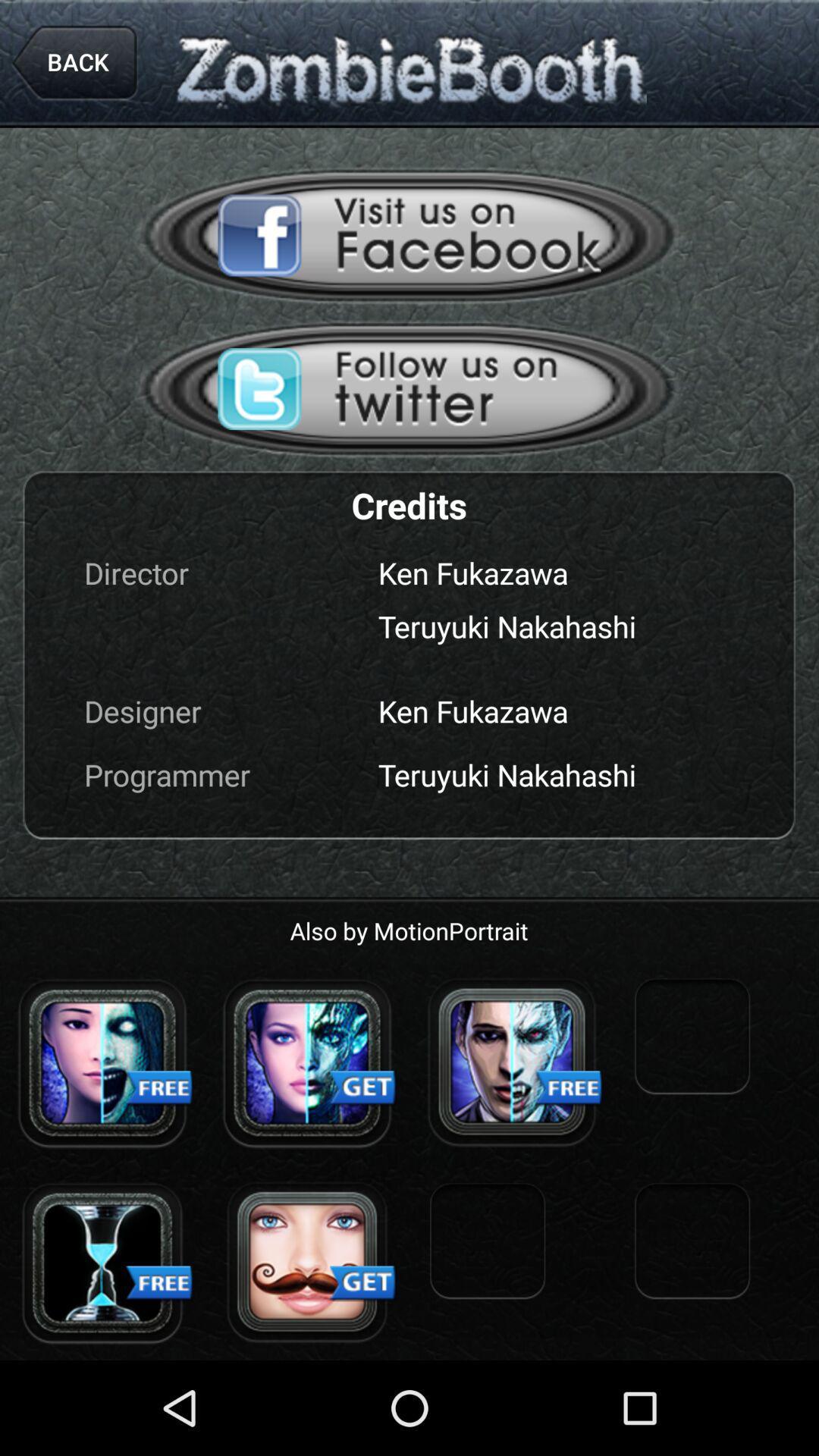 Image resolution: width=819 pixels, height=1456 pixels. I want to click on visit the facebook page, so click(409, 234).